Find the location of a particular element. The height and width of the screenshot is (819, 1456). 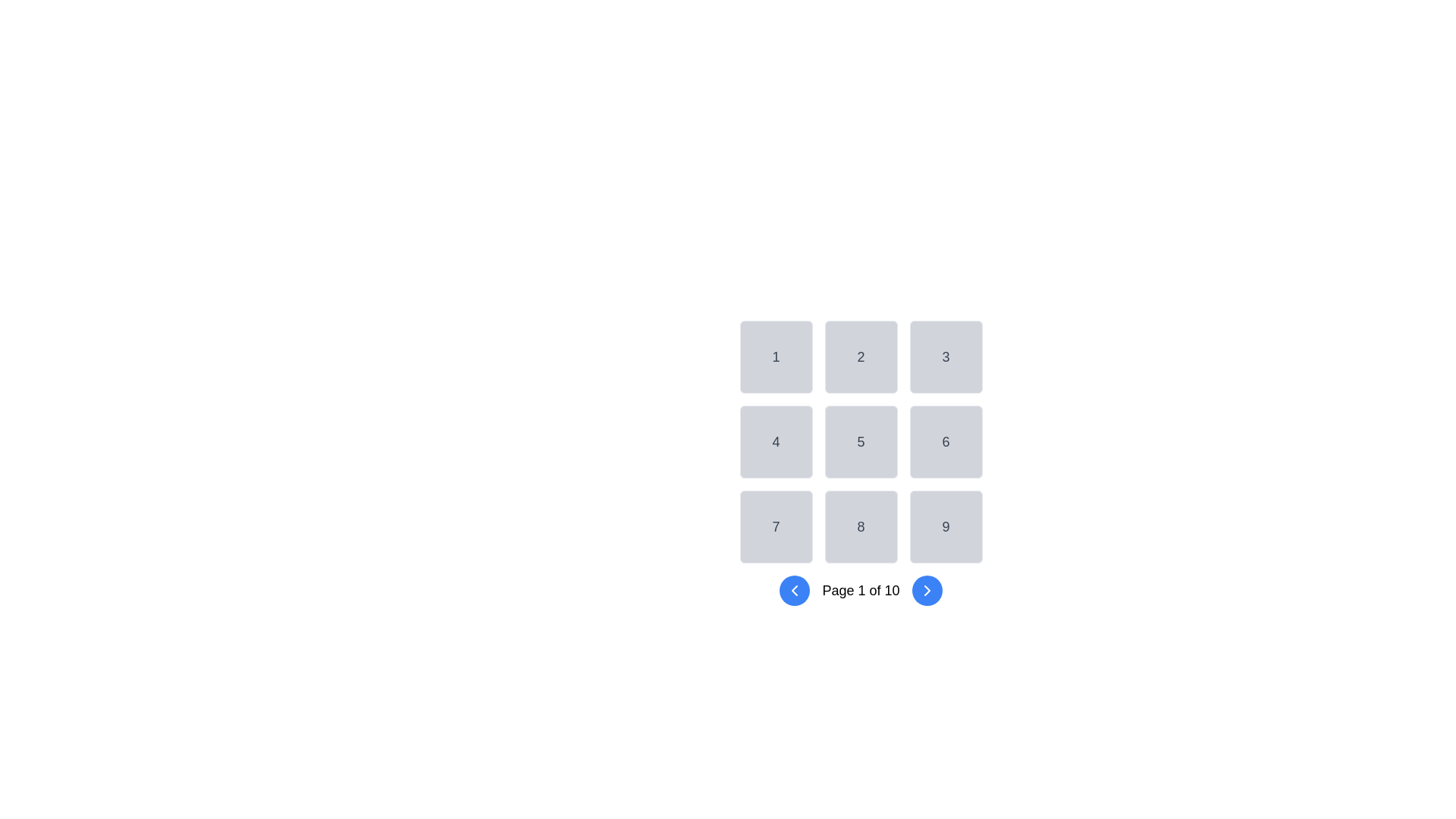

the square-shaped button labeled '1' in the top-left corner of the 3x3 grid layout is located at coordinates (776, 356).